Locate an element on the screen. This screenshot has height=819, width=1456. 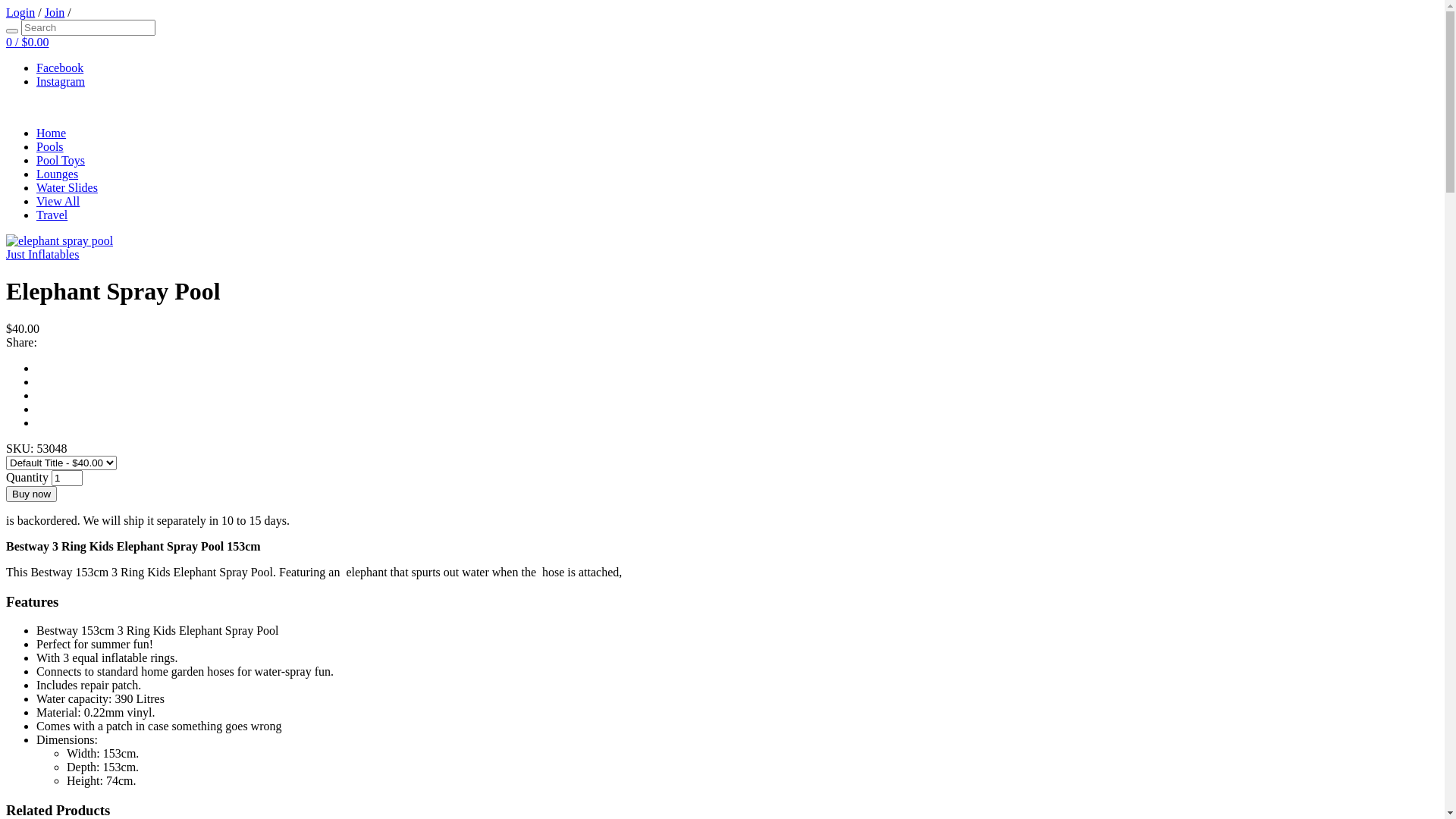
'View All' is located at coordinates (58, 200).